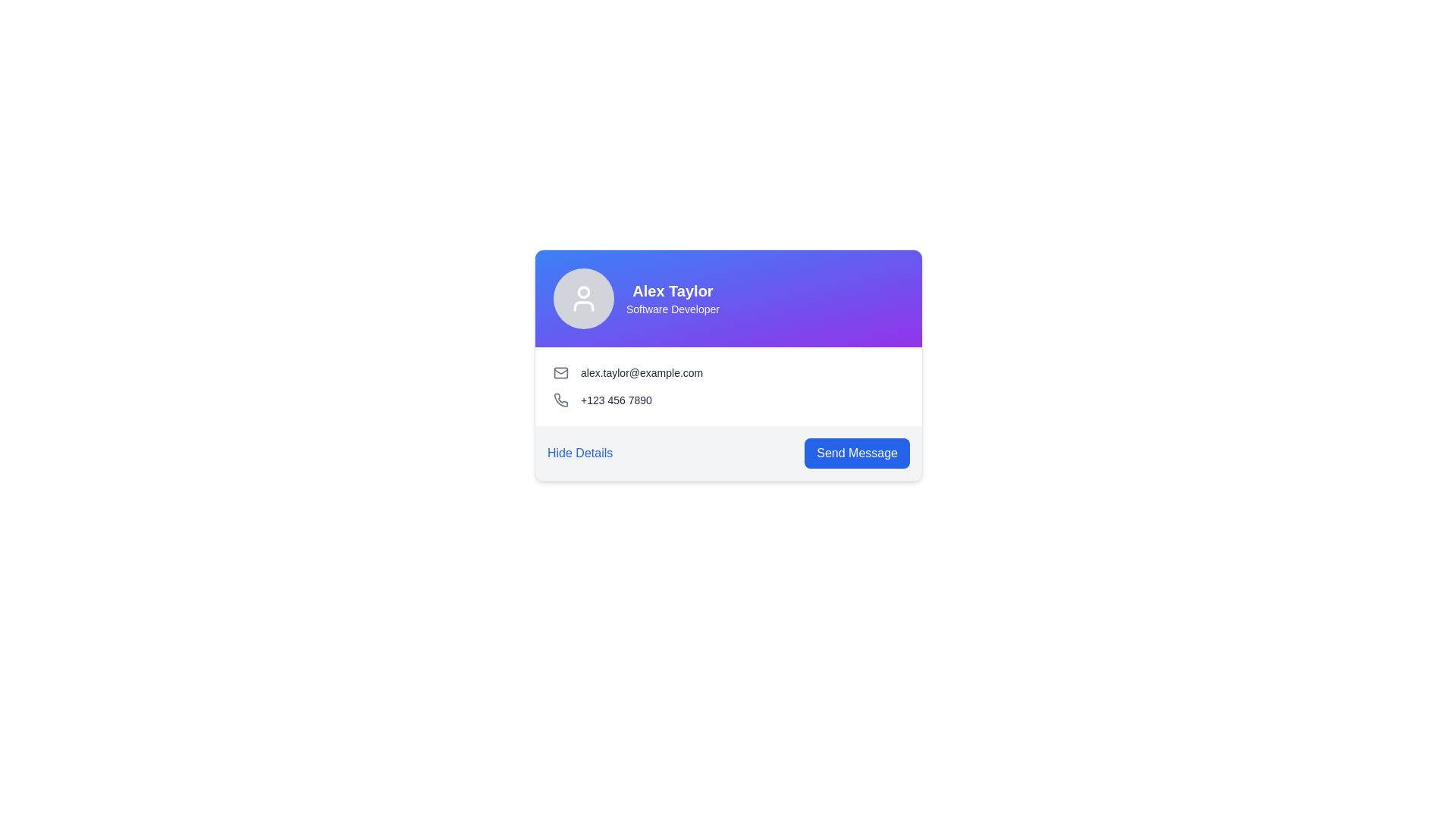 The image size is (1456, 819). What do you see at coordinates (616, 400) in the screenshot?
I see `the text label displaying the phone number '+123 456 7890', located in the second row of the contact card, directly to the right of the phone icon` at bounding box center [616, 400].